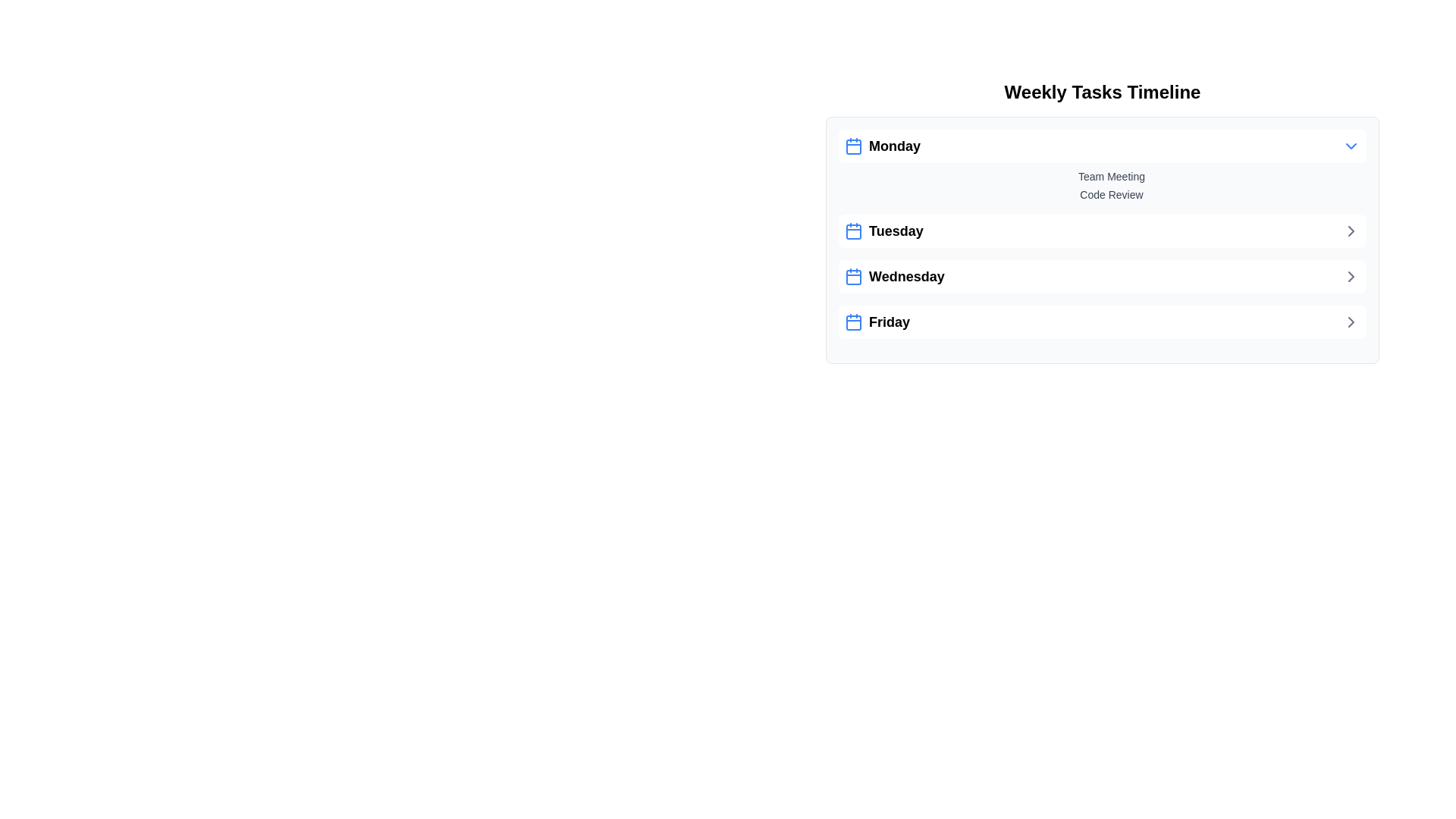 The width and height of the screenshot is (1456, 819). Describe the element at coordinates (1351, 146) in the screenshot. I see `the Chevron Down icon located in the upper-right corner of the 'Monday' section within the 'Weekly Tasks Timeline'` at that location.